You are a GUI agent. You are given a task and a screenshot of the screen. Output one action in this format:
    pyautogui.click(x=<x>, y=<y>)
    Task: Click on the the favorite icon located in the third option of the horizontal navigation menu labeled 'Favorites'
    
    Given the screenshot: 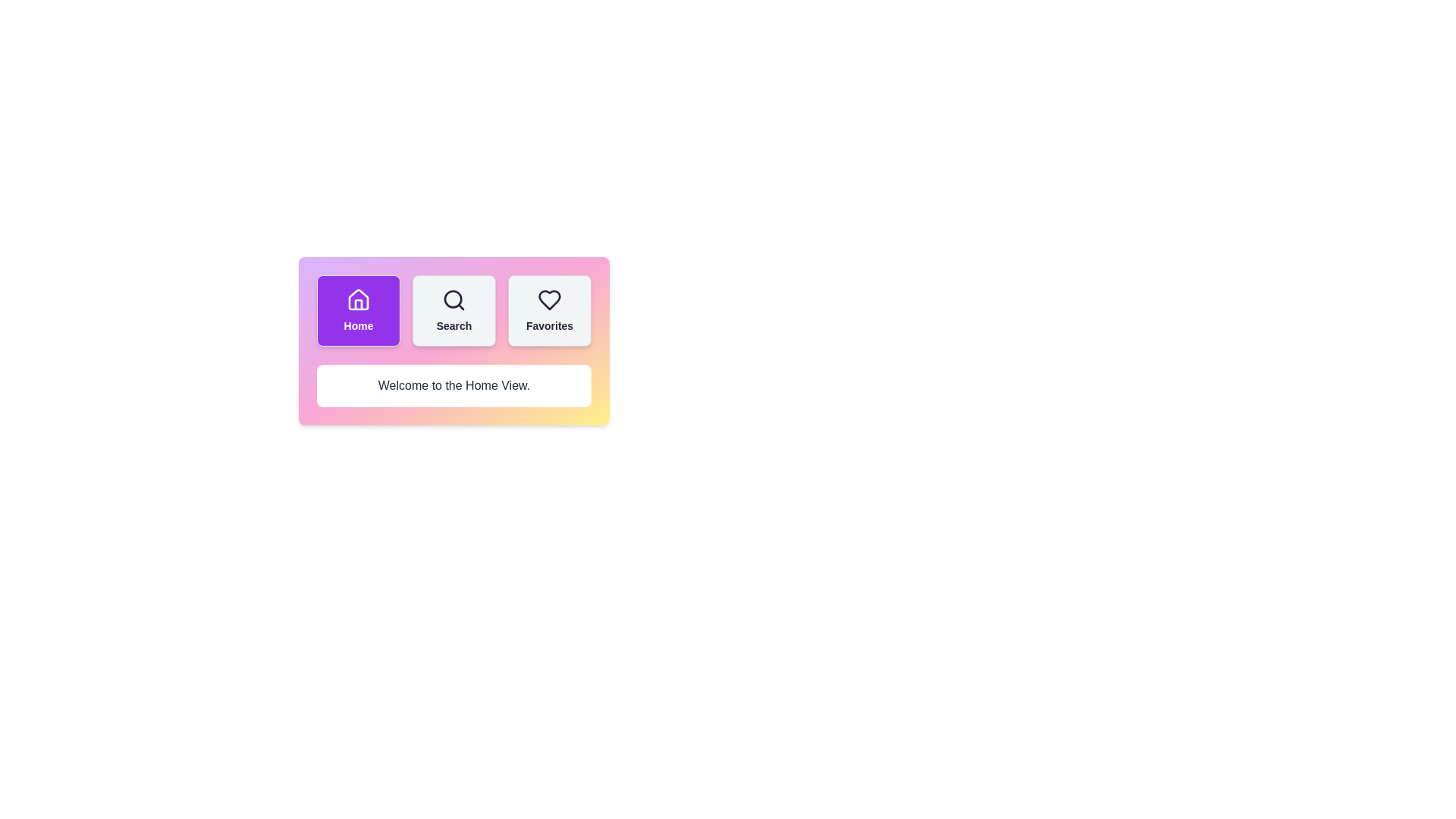 What is the action you would take?
    pyautogui.click(x=548, y=300)
    